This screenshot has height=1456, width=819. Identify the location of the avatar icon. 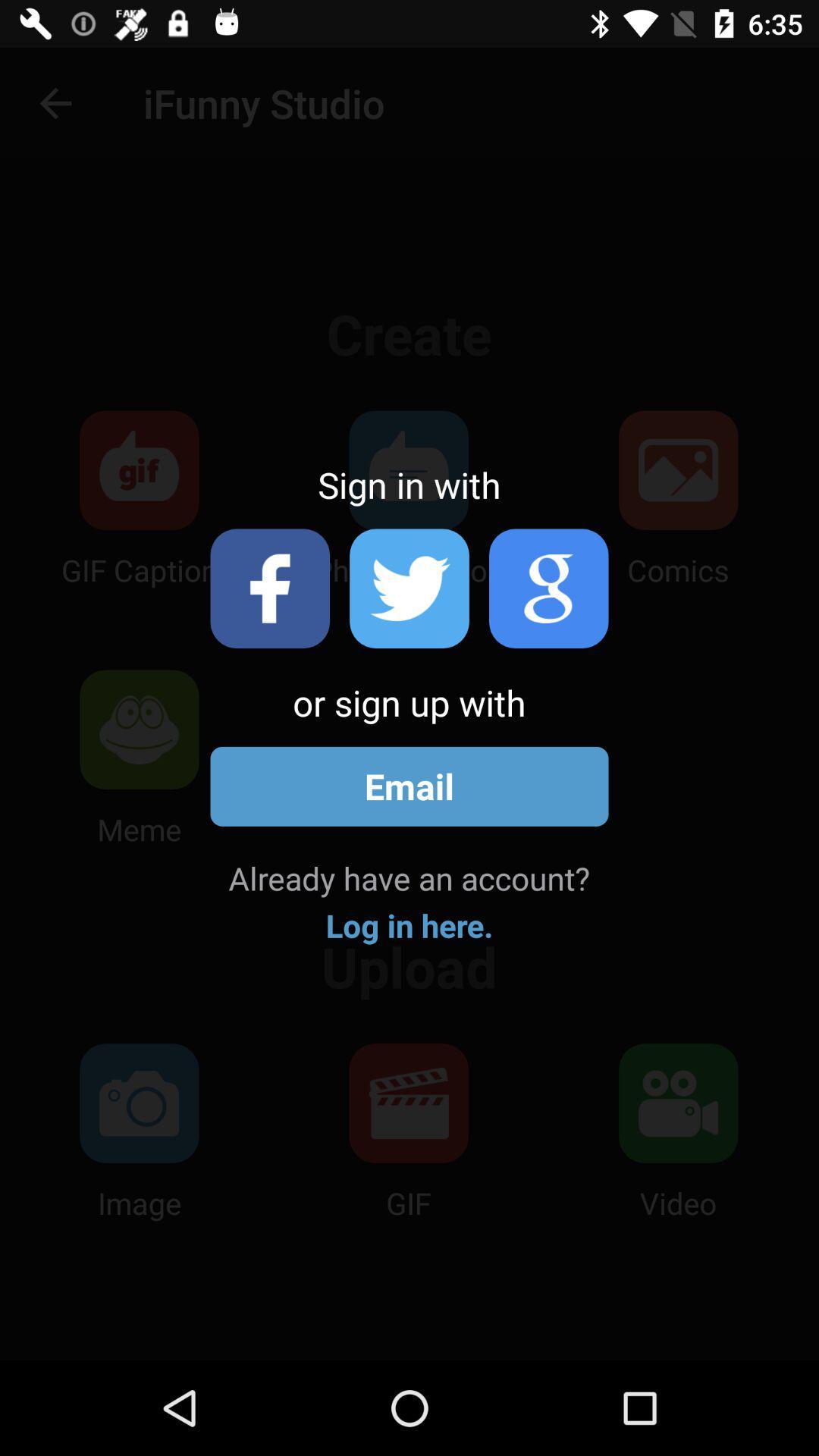
(548, 588).